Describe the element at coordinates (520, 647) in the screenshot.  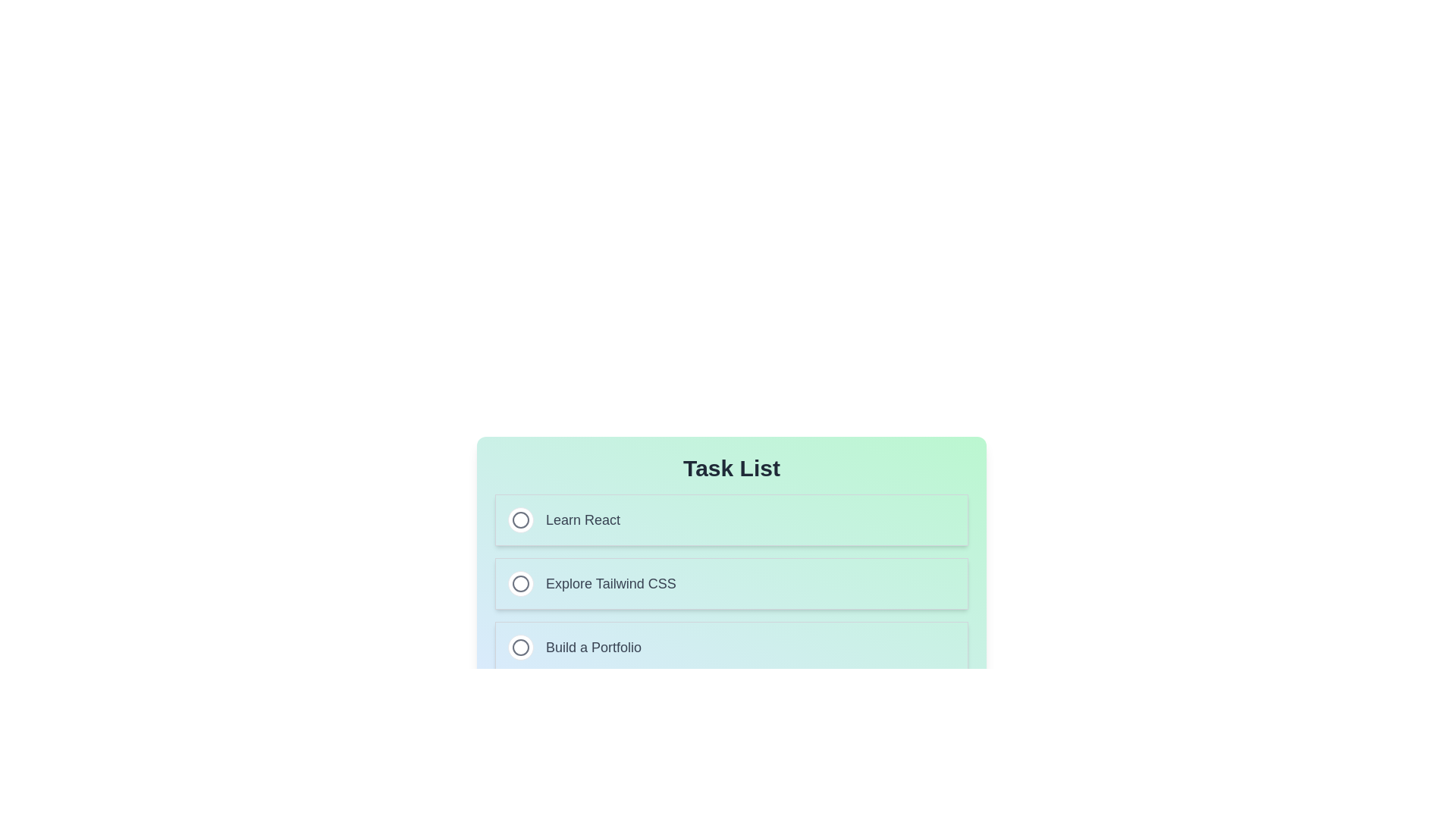
I see `the circular marker icon with a gray outline located near the 'Build a Portfolio' item in the task list` at that location.